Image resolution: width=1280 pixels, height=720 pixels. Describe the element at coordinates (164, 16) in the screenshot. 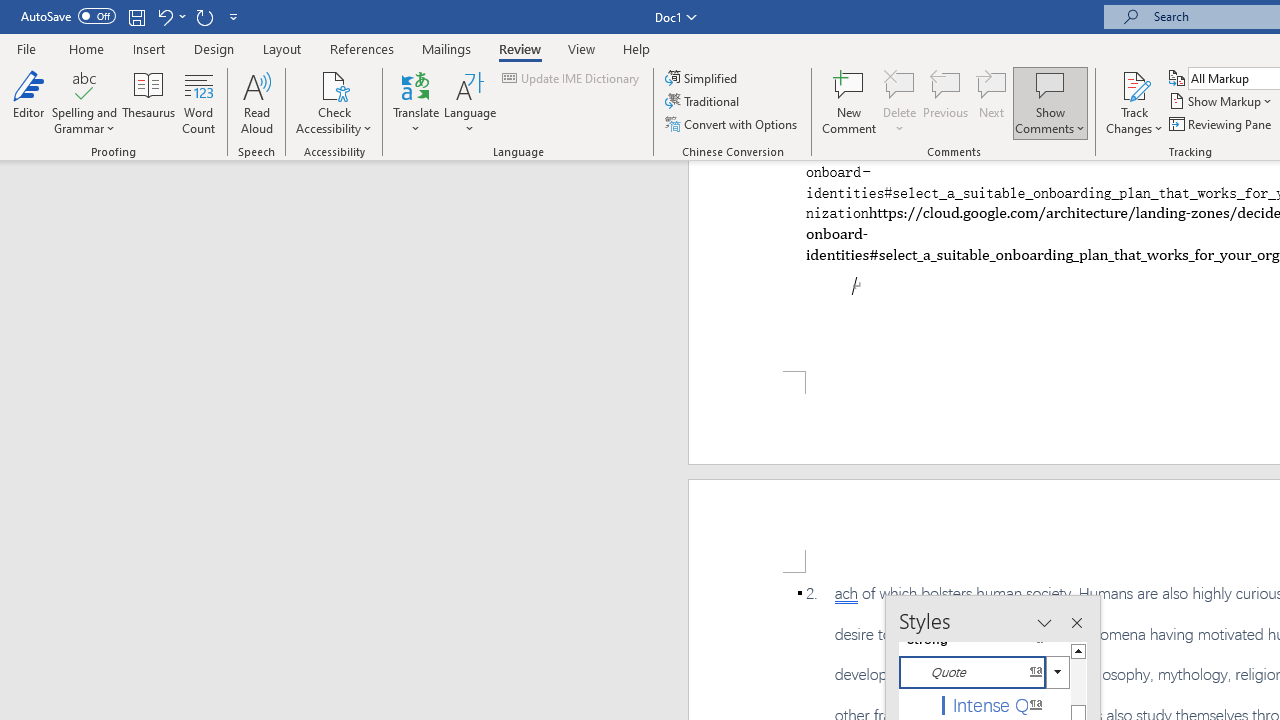

I see `'Undo Style'` at that location.